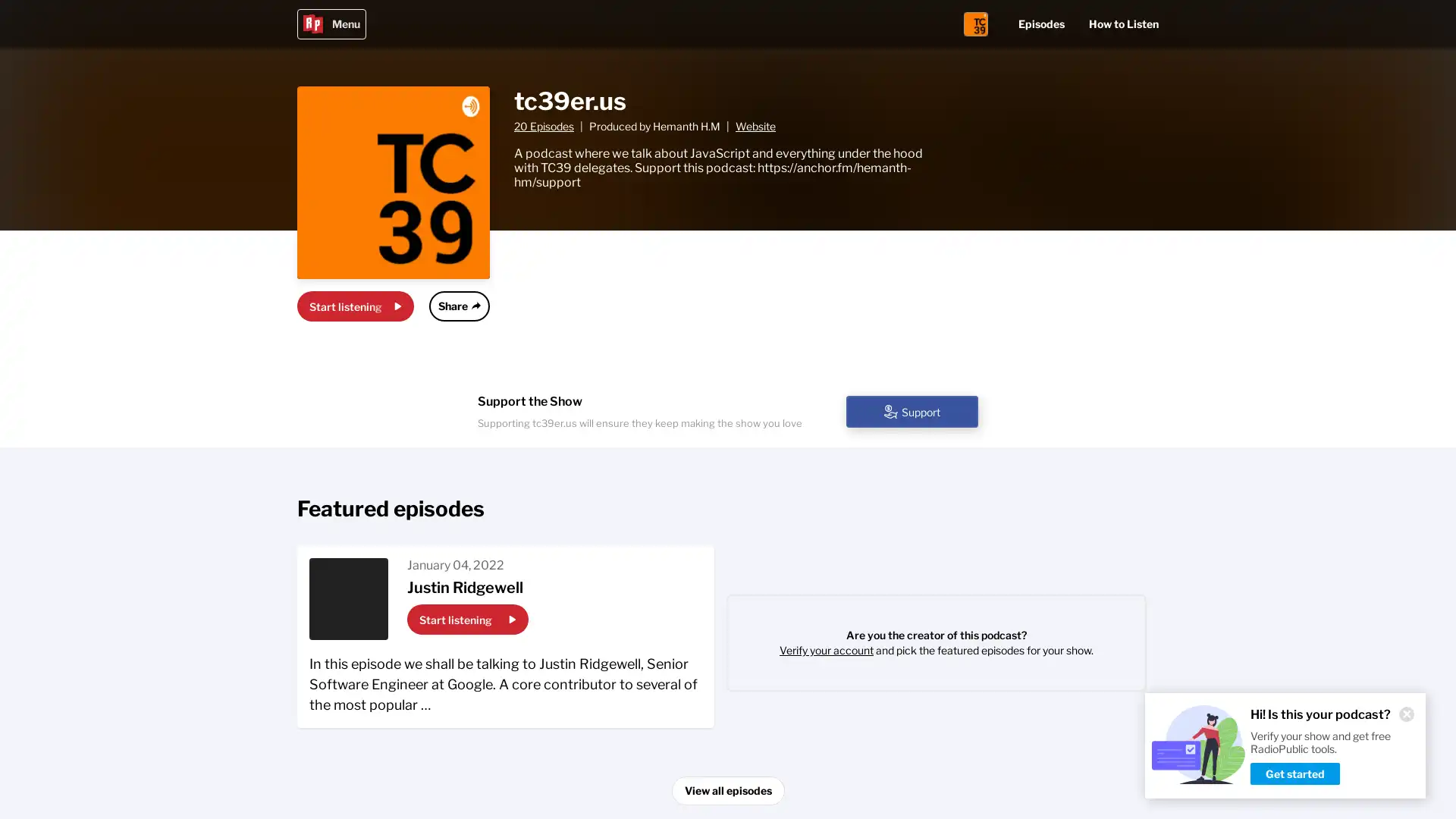 The image size is (1456, 819). What do you see at coordinates (355, 306) in the screenshot?
I see `Start listening play` at bounding box center [355, 306].